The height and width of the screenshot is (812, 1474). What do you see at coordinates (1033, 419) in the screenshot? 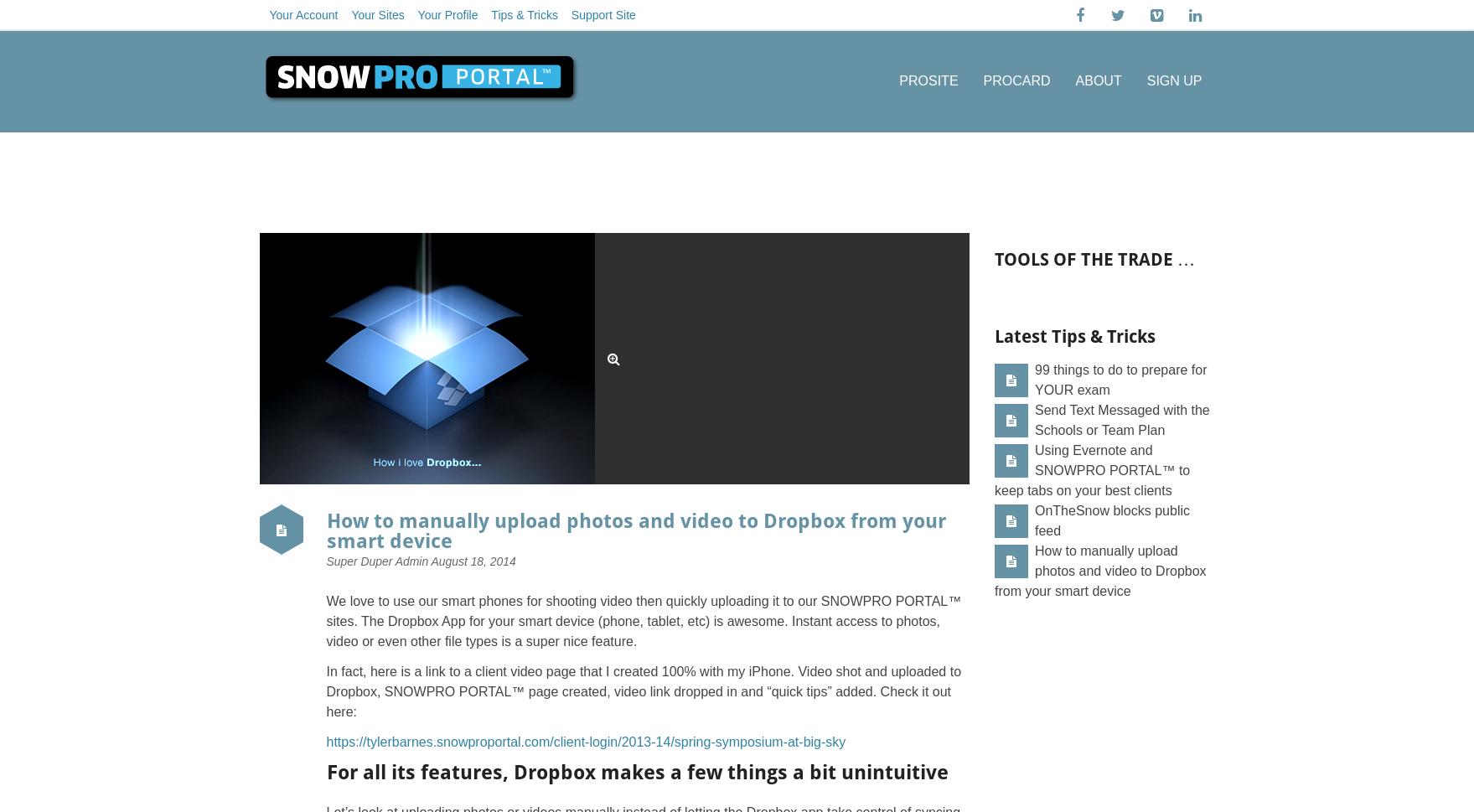
I see `'Send Text Messaged with the Schools or Team Plan'` at bounding box center [1033, 419].